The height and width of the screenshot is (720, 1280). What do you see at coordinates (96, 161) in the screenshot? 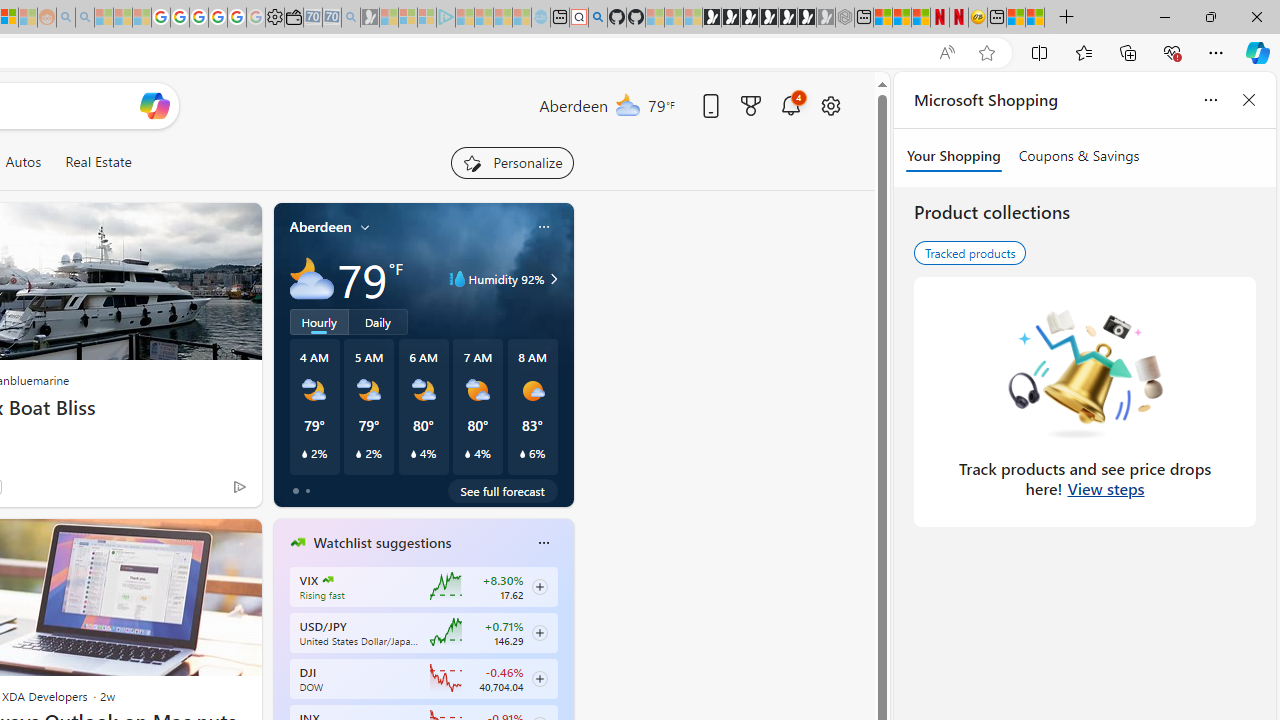
I see `'Real Estate'` at bounding box center [96, 161].